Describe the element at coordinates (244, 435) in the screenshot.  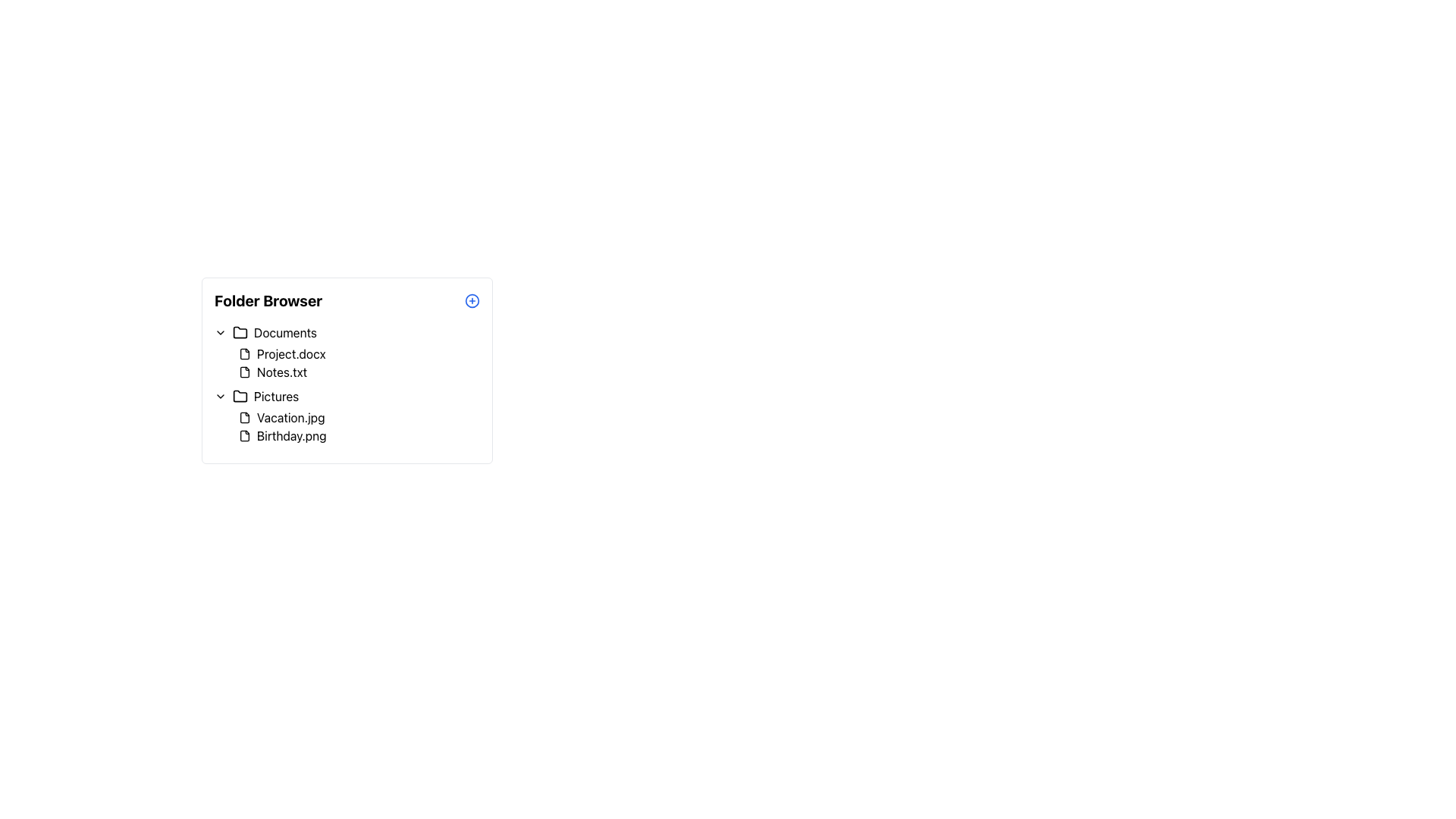
I see `the file icon located as the second item under the 'Pictures' folder in the folder browser interface, which is characterized by a rectangular shape with a folded corner design` at that location.